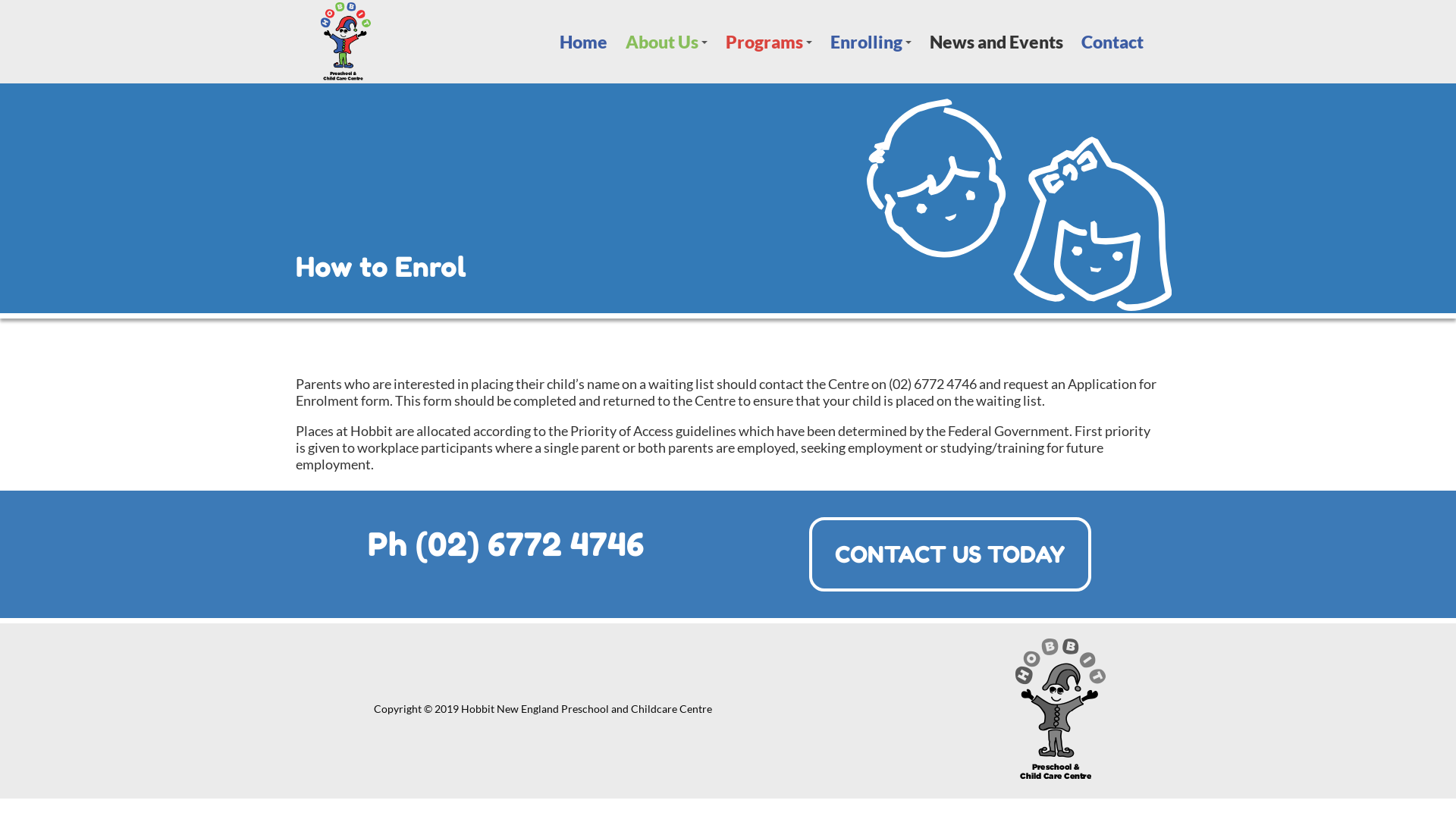 The width and height of the screenshot is (1456, 819). Describe the element at coordinates (1072, 41) in the screenshot. I see `'Contact'` at that location.